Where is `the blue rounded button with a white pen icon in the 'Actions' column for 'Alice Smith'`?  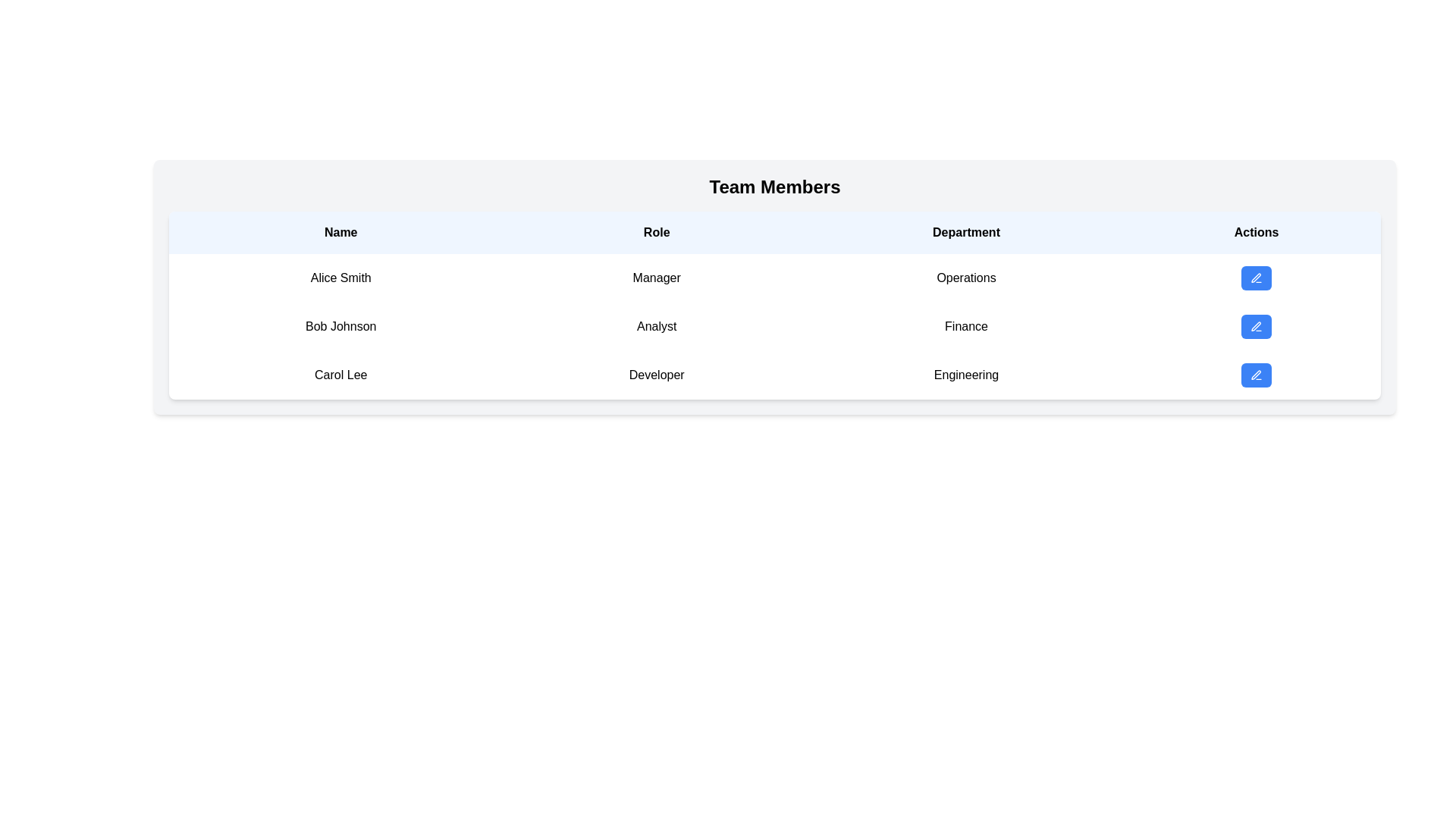 the blue rounded button with a white pen icon in the 'Actions' column for 'Alice Smith' is located at coordinates (1256, 278).